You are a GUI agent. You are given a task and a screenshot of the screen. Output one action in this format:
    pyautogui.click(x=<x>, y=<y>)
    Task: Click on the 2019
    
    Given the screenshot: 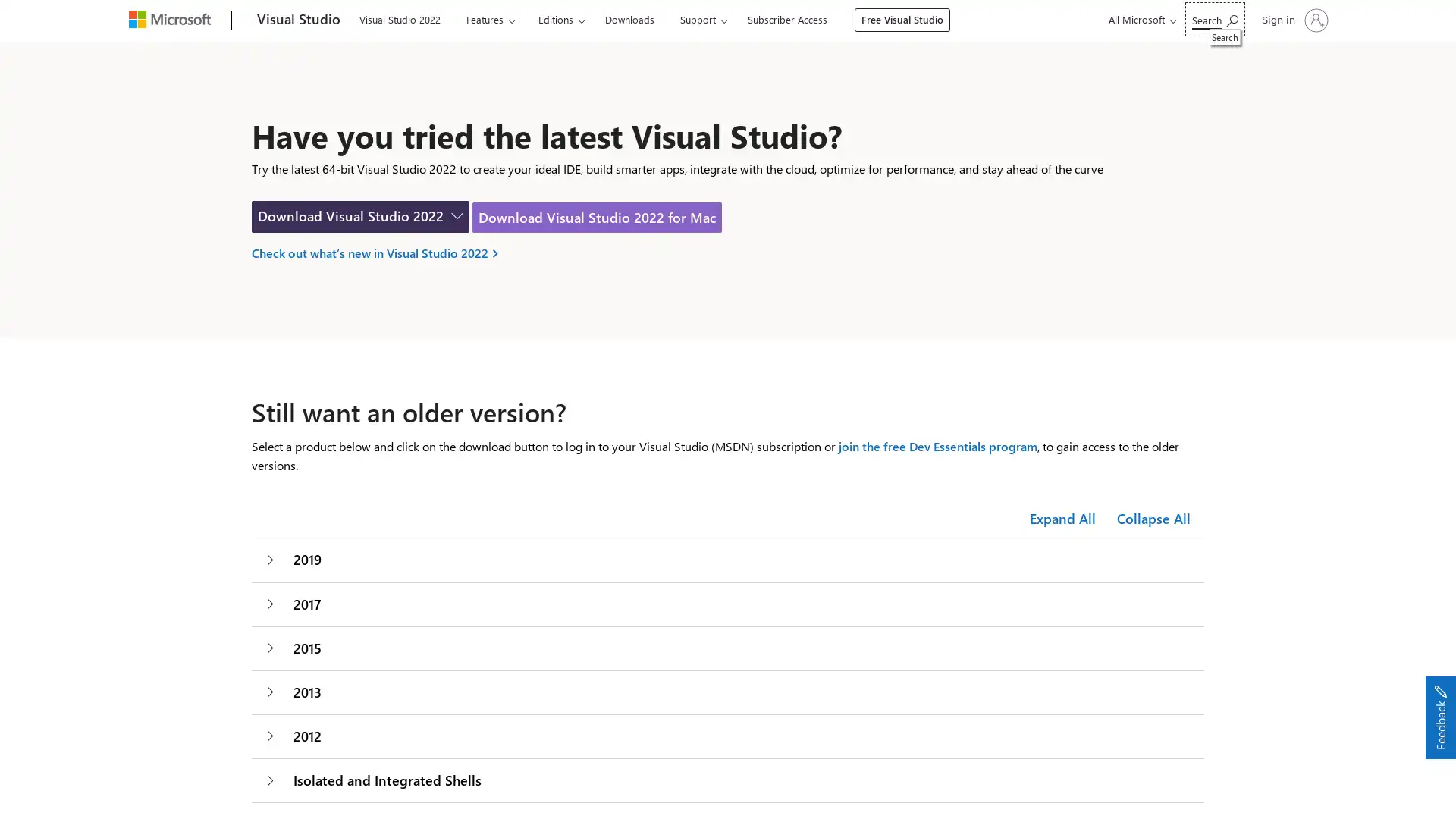 What is the action you would take?
    pyautogui.click(x=728, y=560)
    